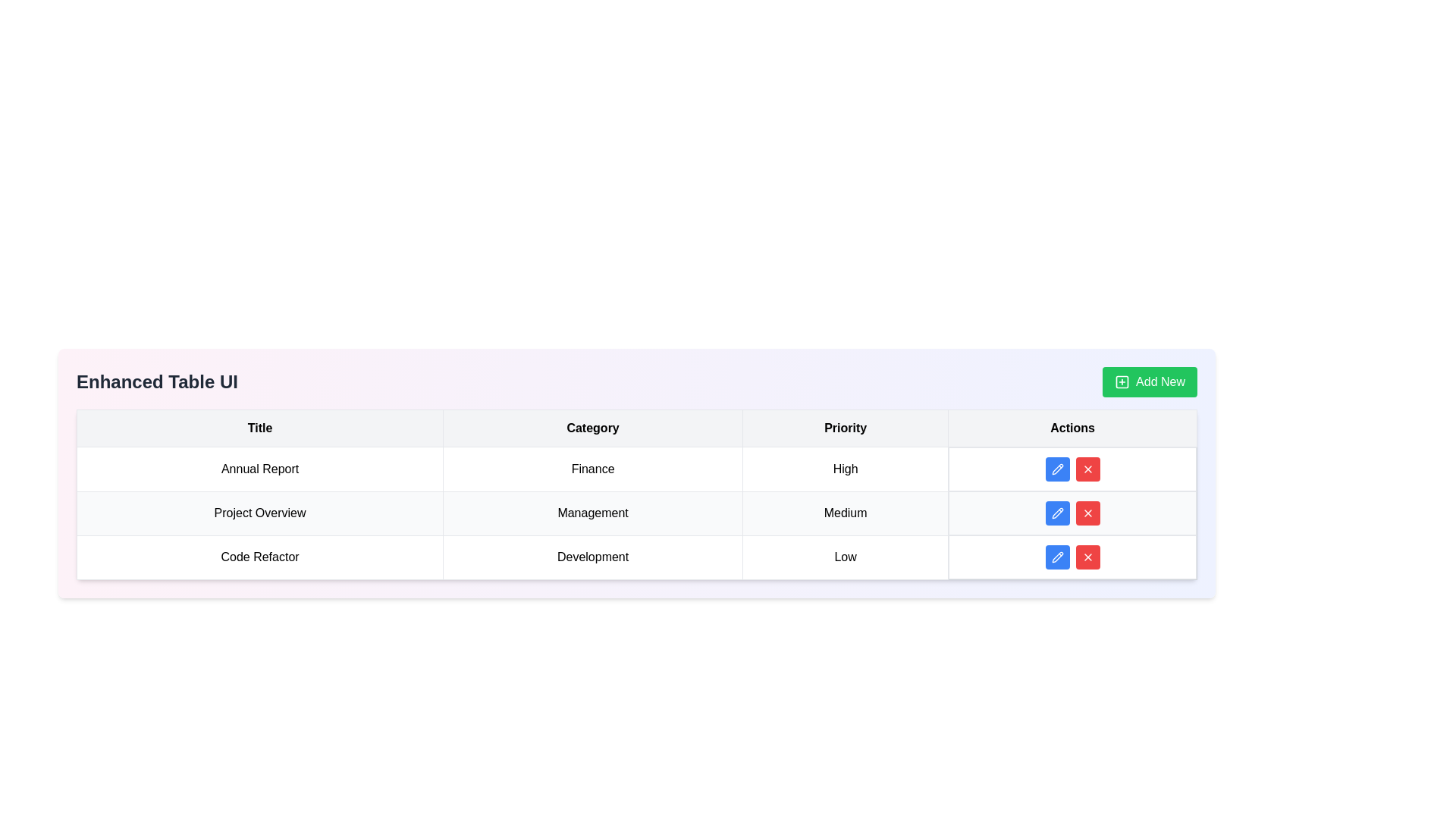 The image size is (1456, 819). Describe the element at coordinates (1087, 513) in the screenshot. I see `the small red button with a white 'X' icon in the 'Actions' column of the table row for the 'Annual Report'` at that location.